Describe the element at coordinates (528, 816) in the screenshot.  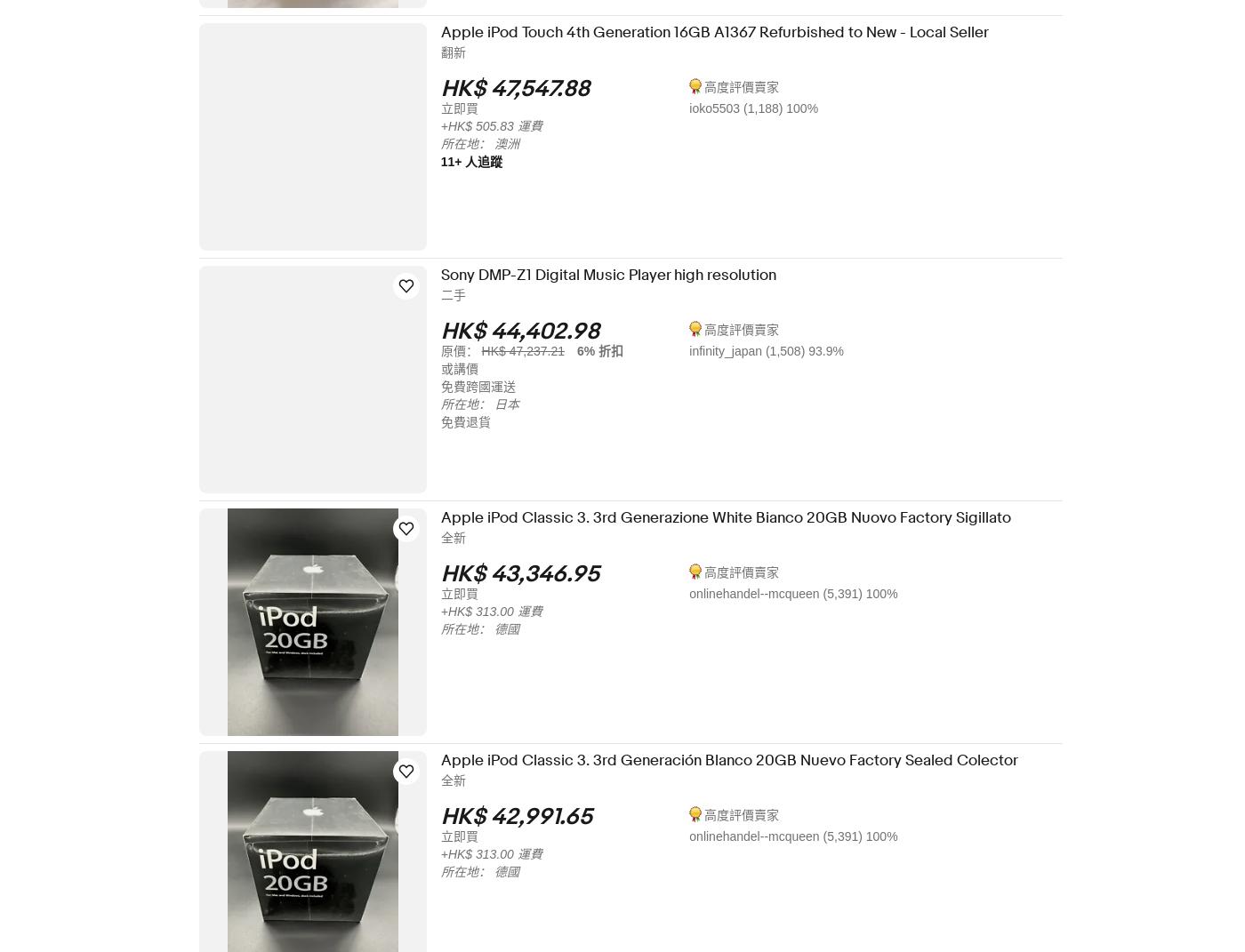
I see `'HK$ 42,991.65'` at that location.